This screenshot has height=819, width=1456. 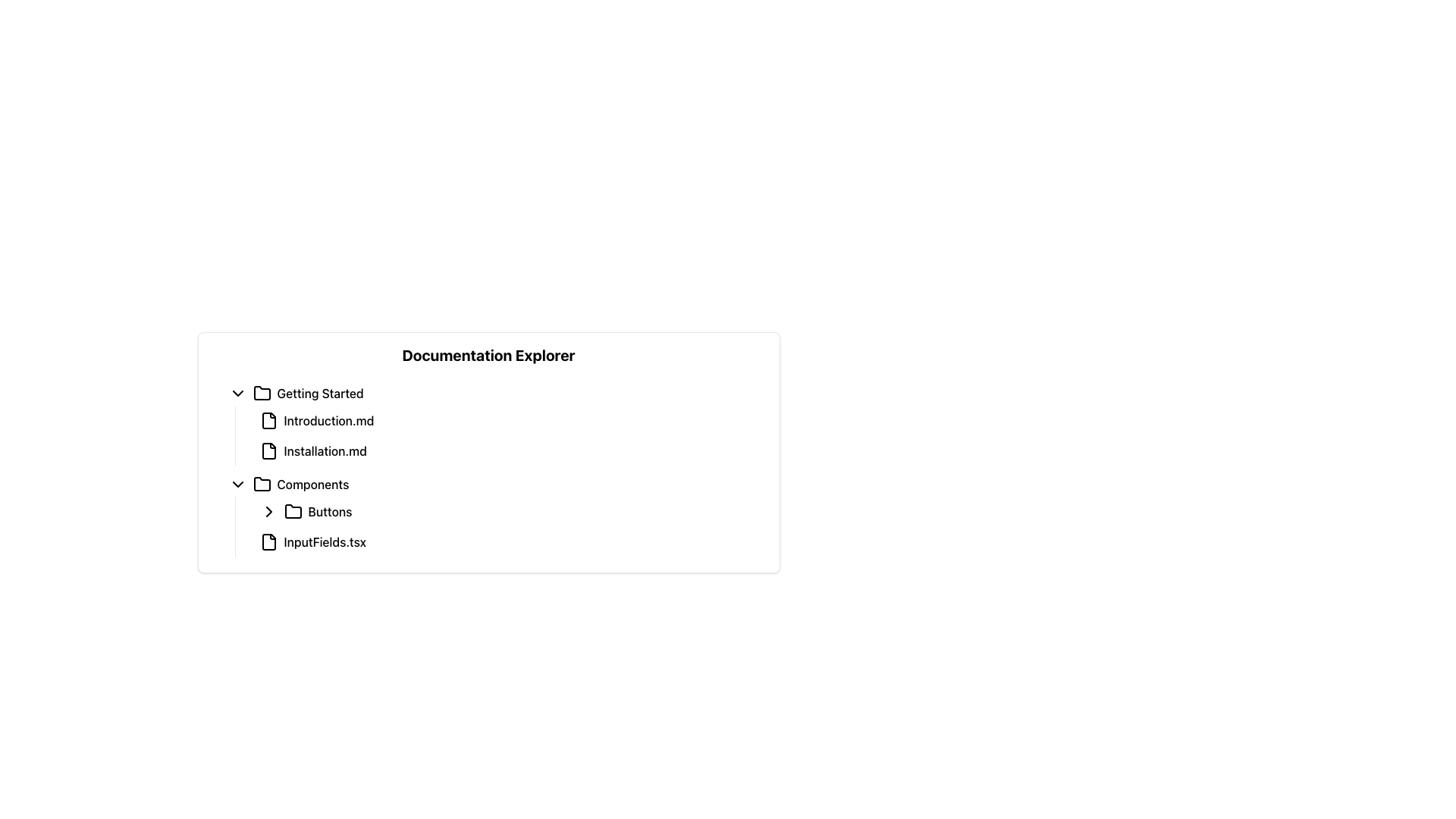 What do you see at coordinates (510, 512) in the screenshot?
I see `the first interactive toggleable list item labeled 'Buttons' in the 'Components' subsection of the 'Documentation Explorer'` at bounding box center [510, 512].